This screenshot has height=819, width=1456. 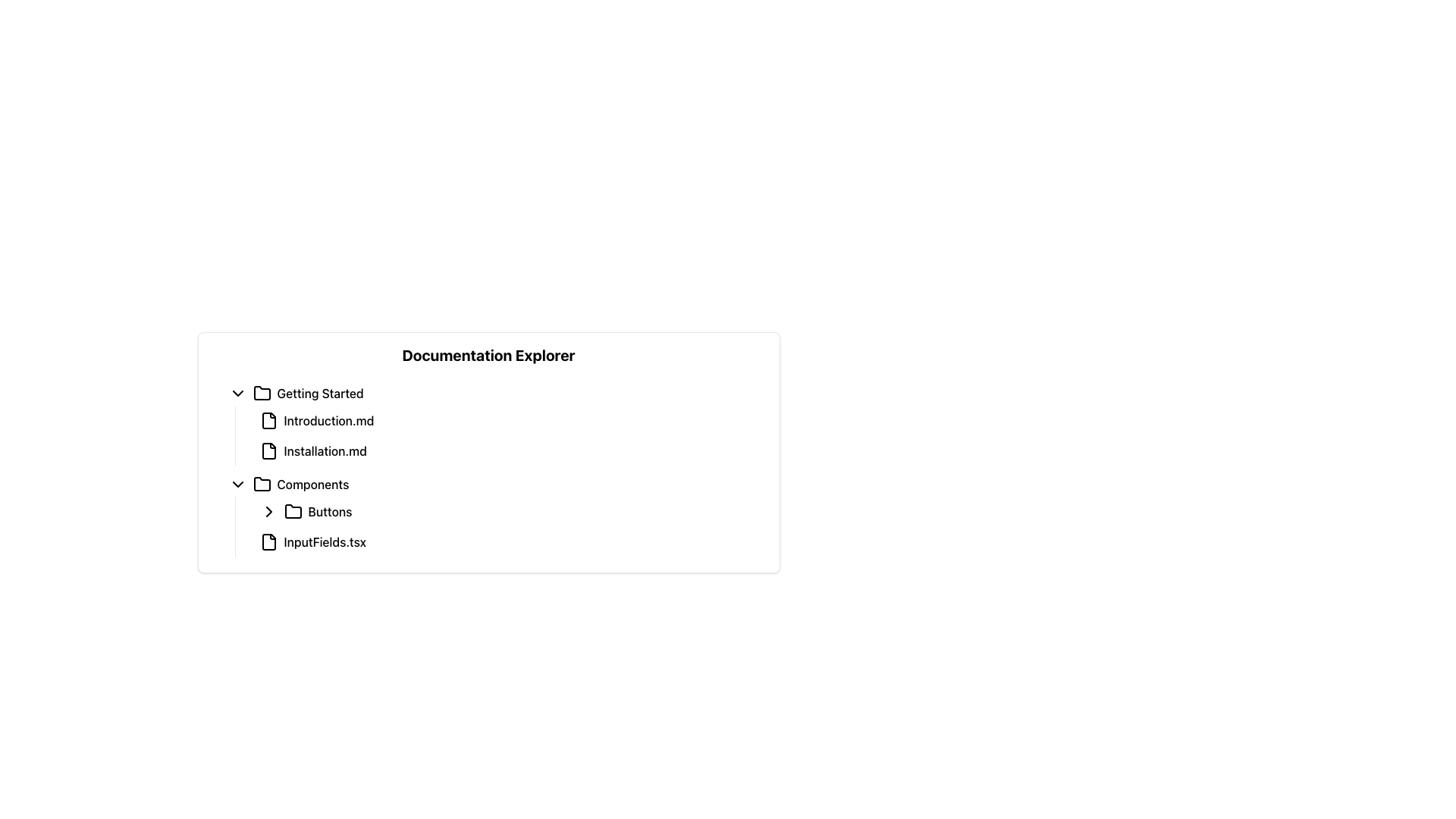 What do you see at coordinates (510, 512) in the screenshot?
I see `the first interactive toggleable list item labeled 'Buttons' in the 'Components' subsection of the 'Documentation Explorer'` at bounding box center [510, 512].